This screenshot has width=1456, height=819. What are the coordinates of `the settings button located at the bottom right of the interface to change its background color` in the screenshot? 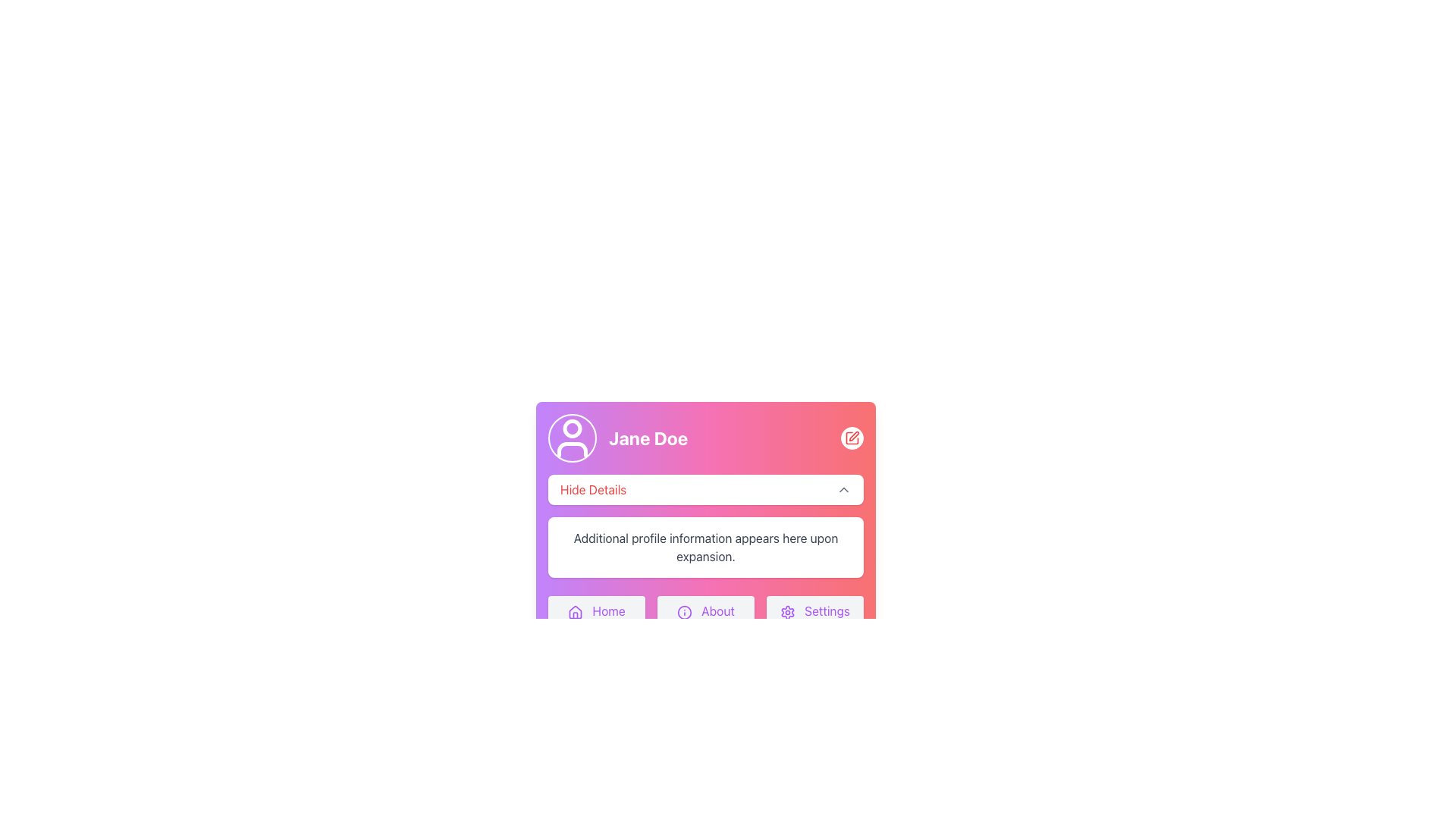 It's located at (814, 610).